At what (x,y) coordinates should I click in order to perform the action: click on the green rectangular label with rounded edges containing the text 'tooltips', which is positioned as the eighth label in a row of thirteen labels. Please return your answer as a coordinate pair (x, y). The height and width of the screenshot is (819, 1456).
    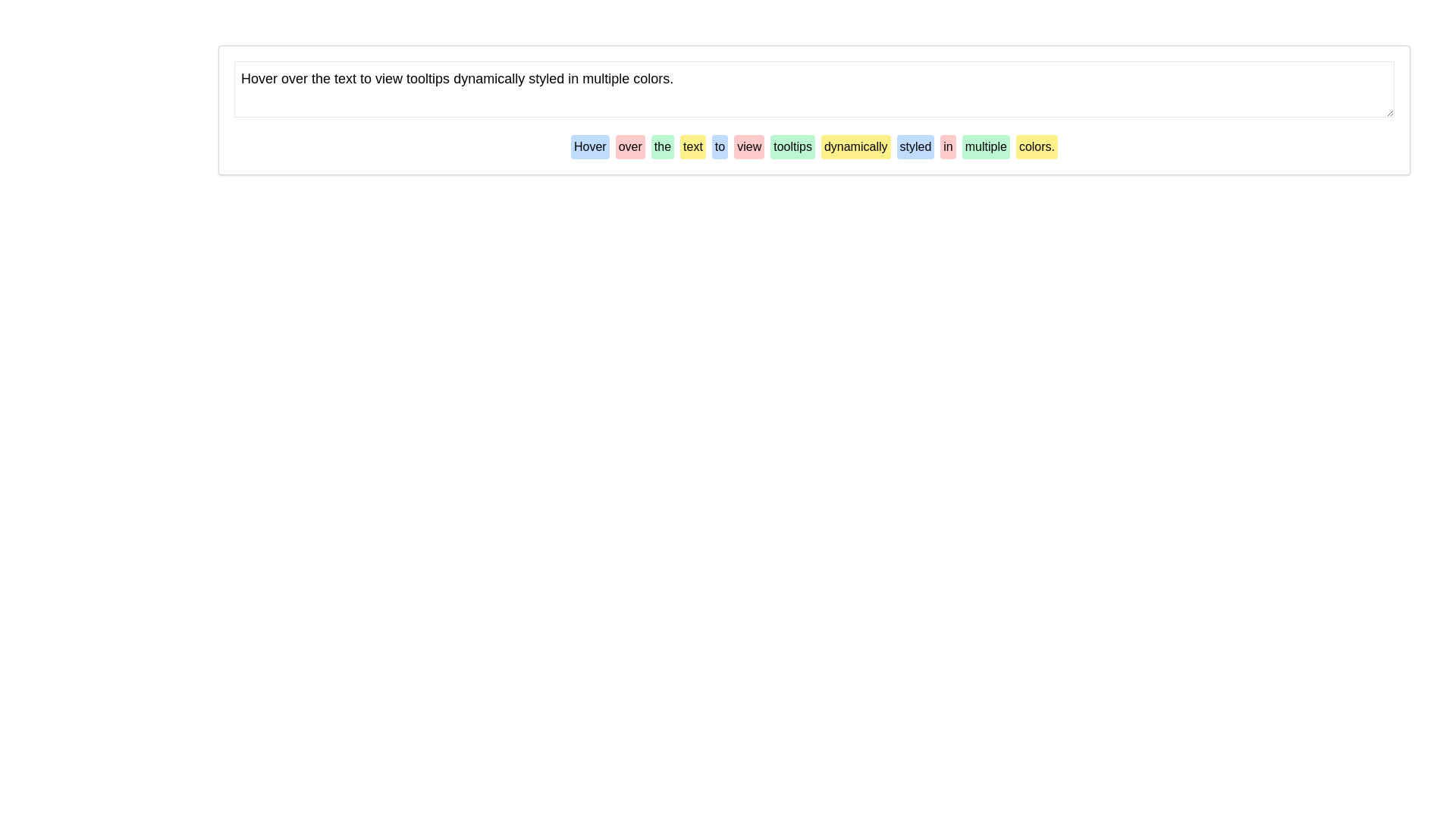
    Looking at the image, I should click on (792, 146).